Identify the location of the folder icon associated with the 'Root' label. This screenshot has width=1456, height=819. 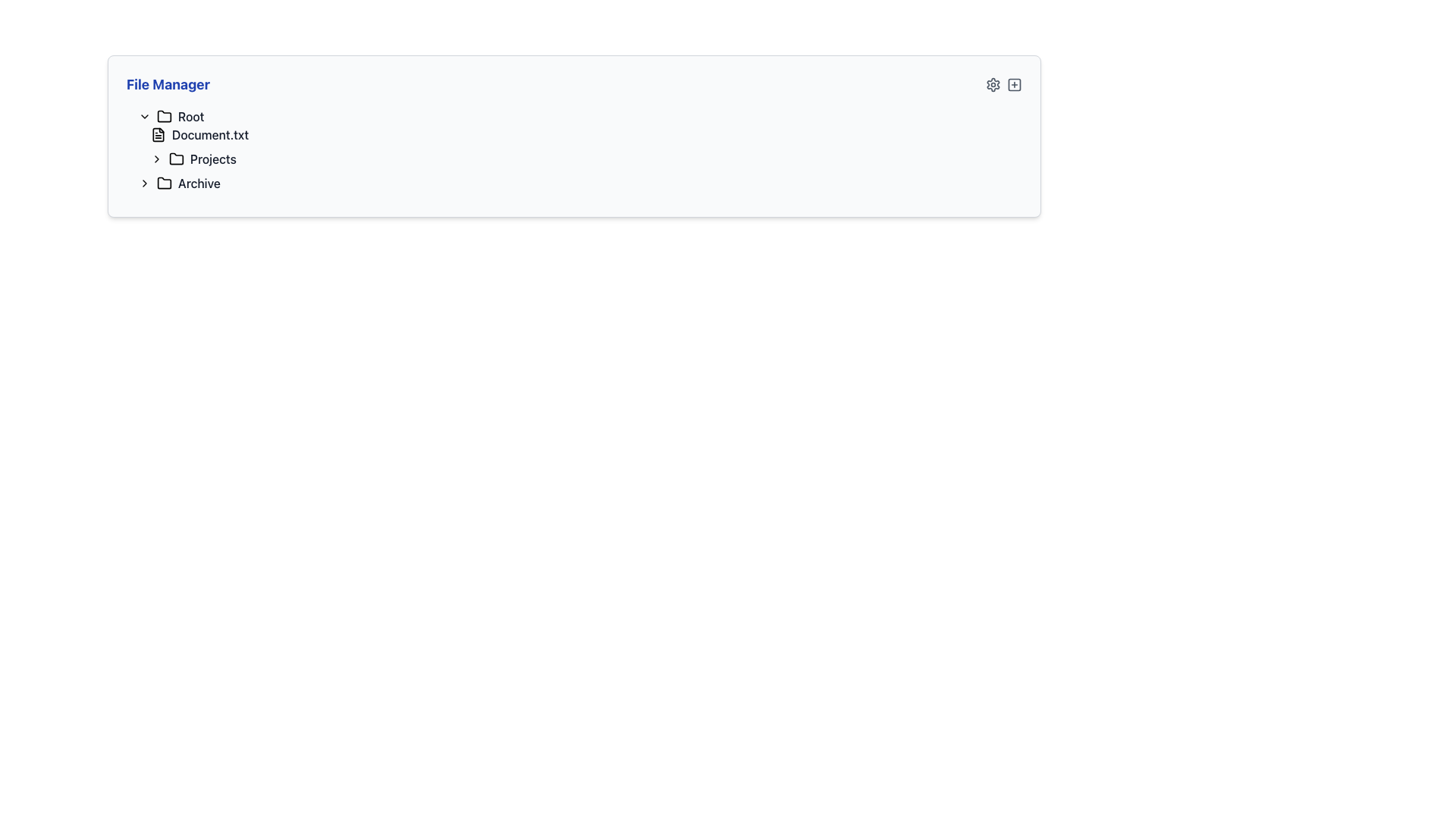
(164, 115).